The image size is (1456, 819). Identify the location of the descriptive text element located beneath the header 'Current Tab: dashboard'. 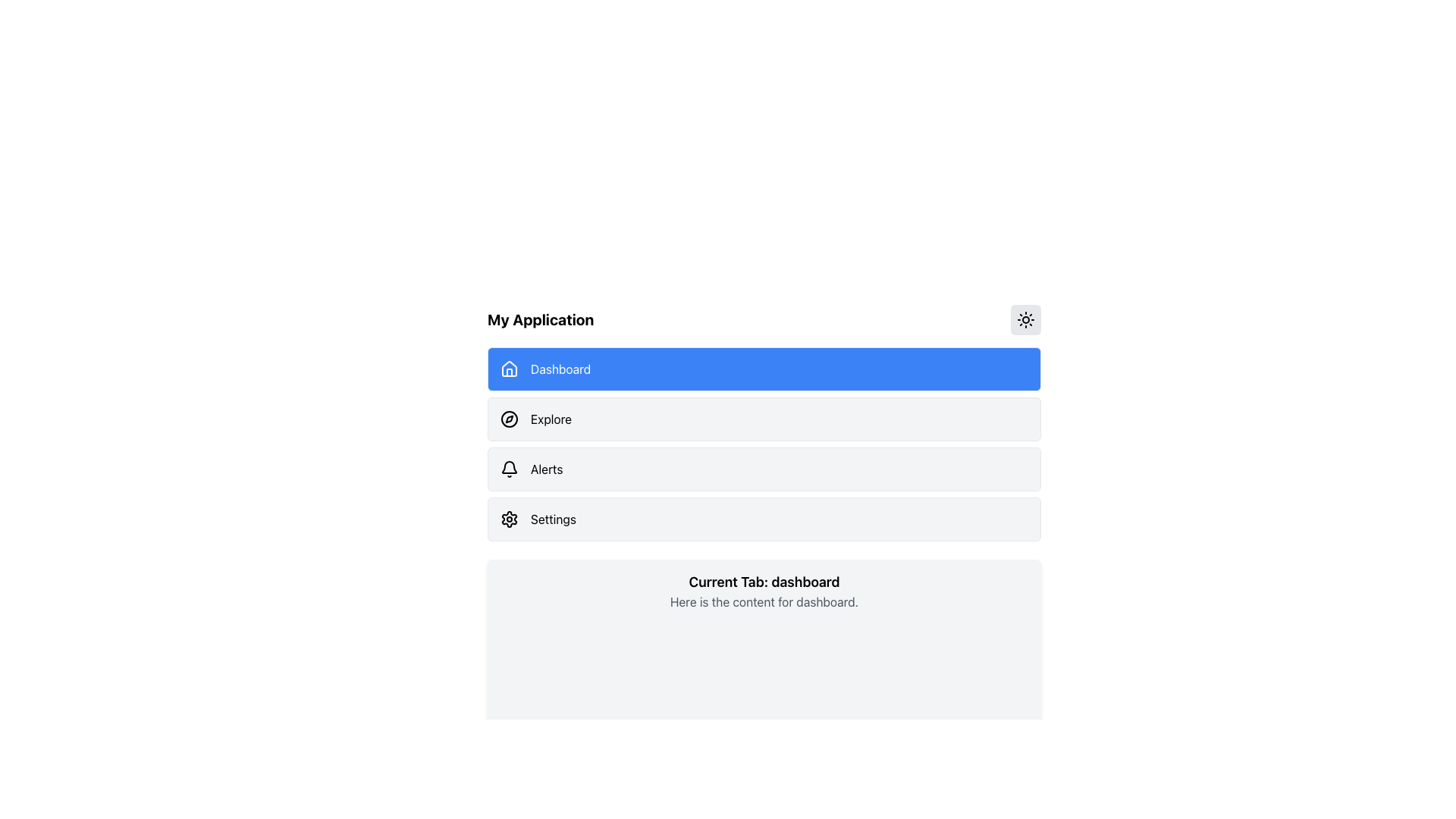
(764, 601).